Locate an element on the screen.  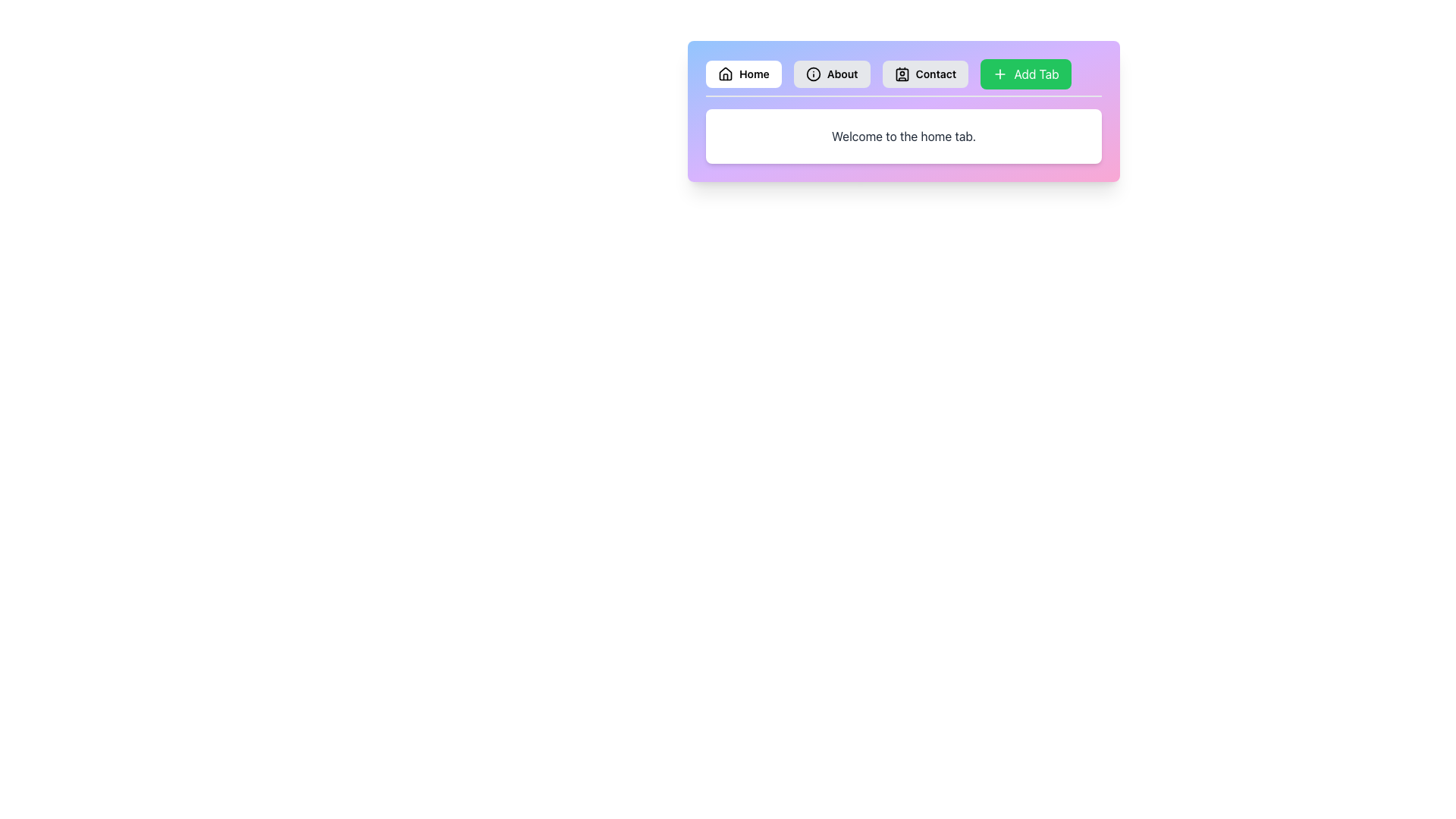
the circular background of the information icon in the 'About' button located in the navigation bar at the top of the interface is located at coordinates (812, 74).